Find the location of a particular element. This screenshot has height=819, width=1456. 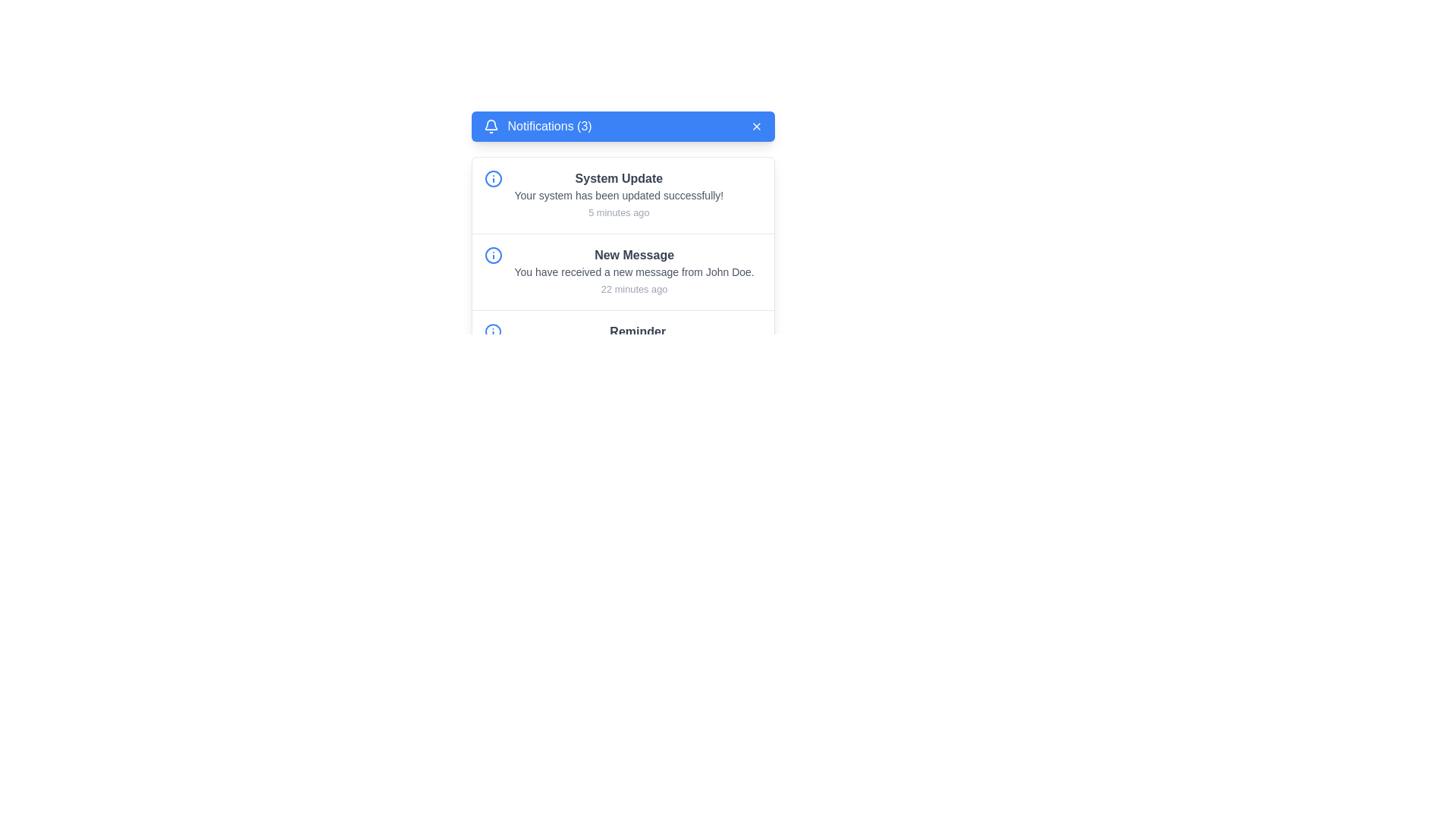

the notifications button that indicates the number of active notifications ('3') is located at coordinates (623, 125).